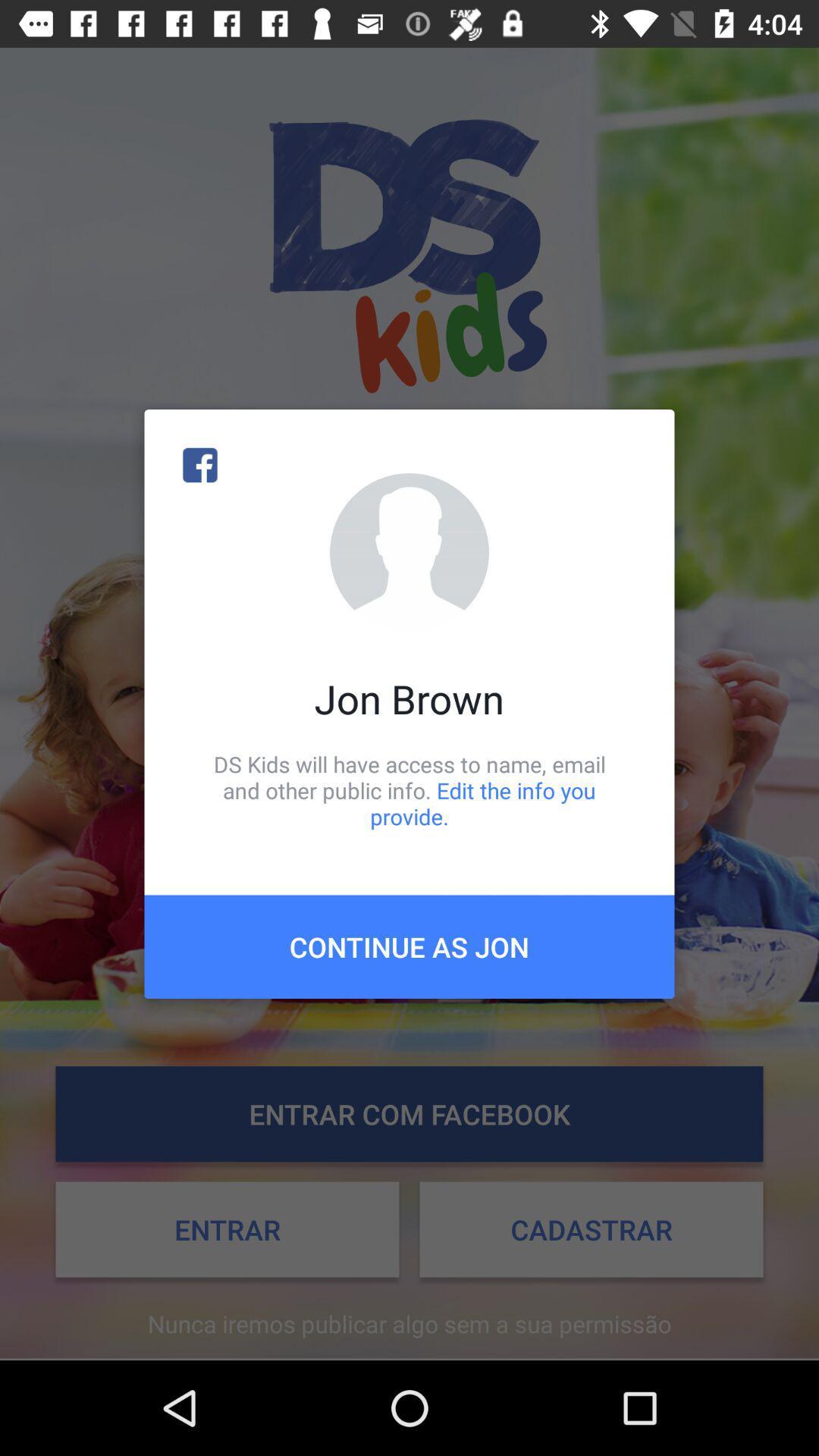 This screenshot has width=819, height=1456. I want to click on the item below jon brown, so click(409, 789).